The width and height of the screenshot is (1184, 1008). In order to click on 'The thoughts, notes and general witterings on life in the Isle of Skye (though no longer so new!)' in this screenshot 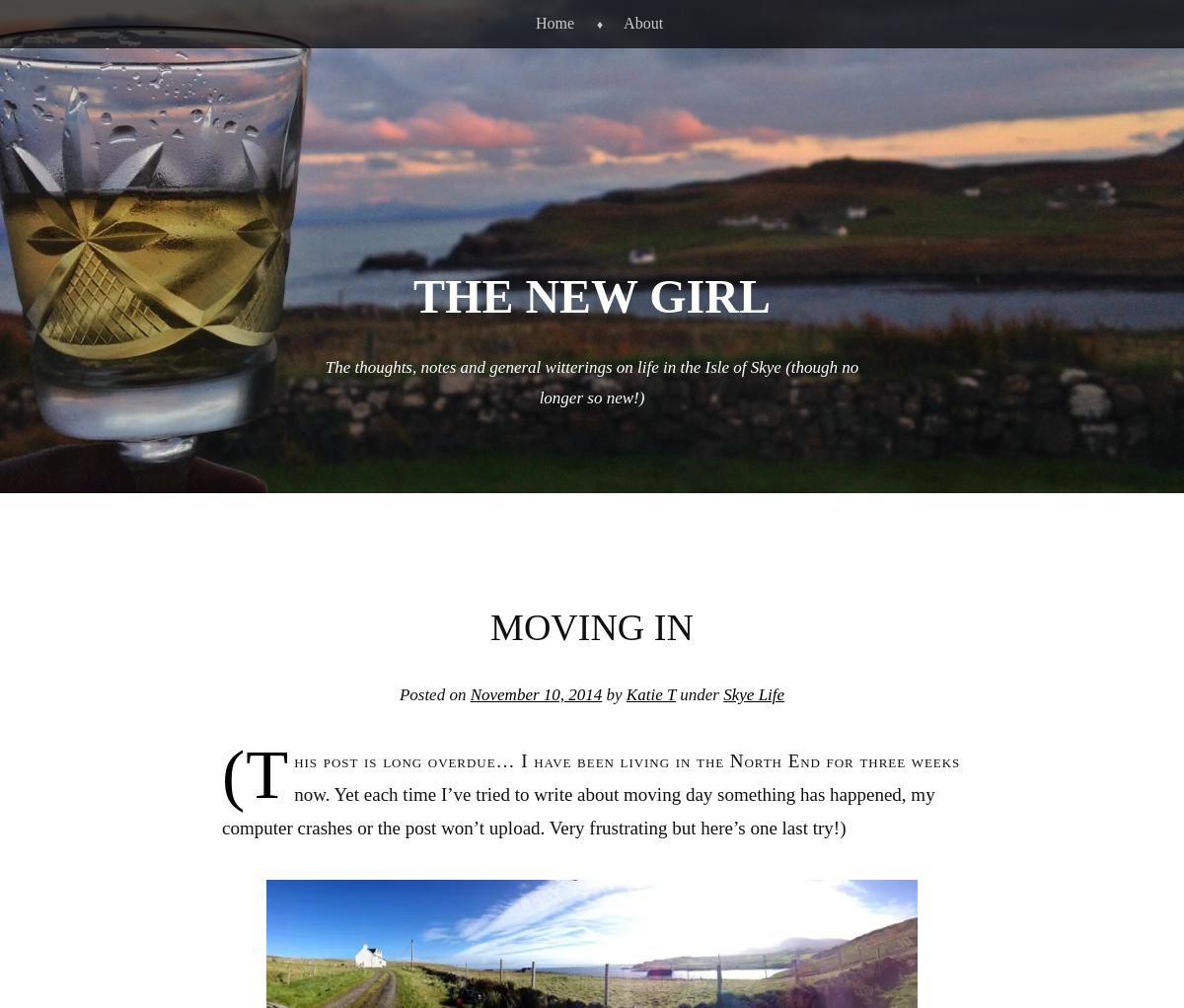, I will do `click(325, 381)`.